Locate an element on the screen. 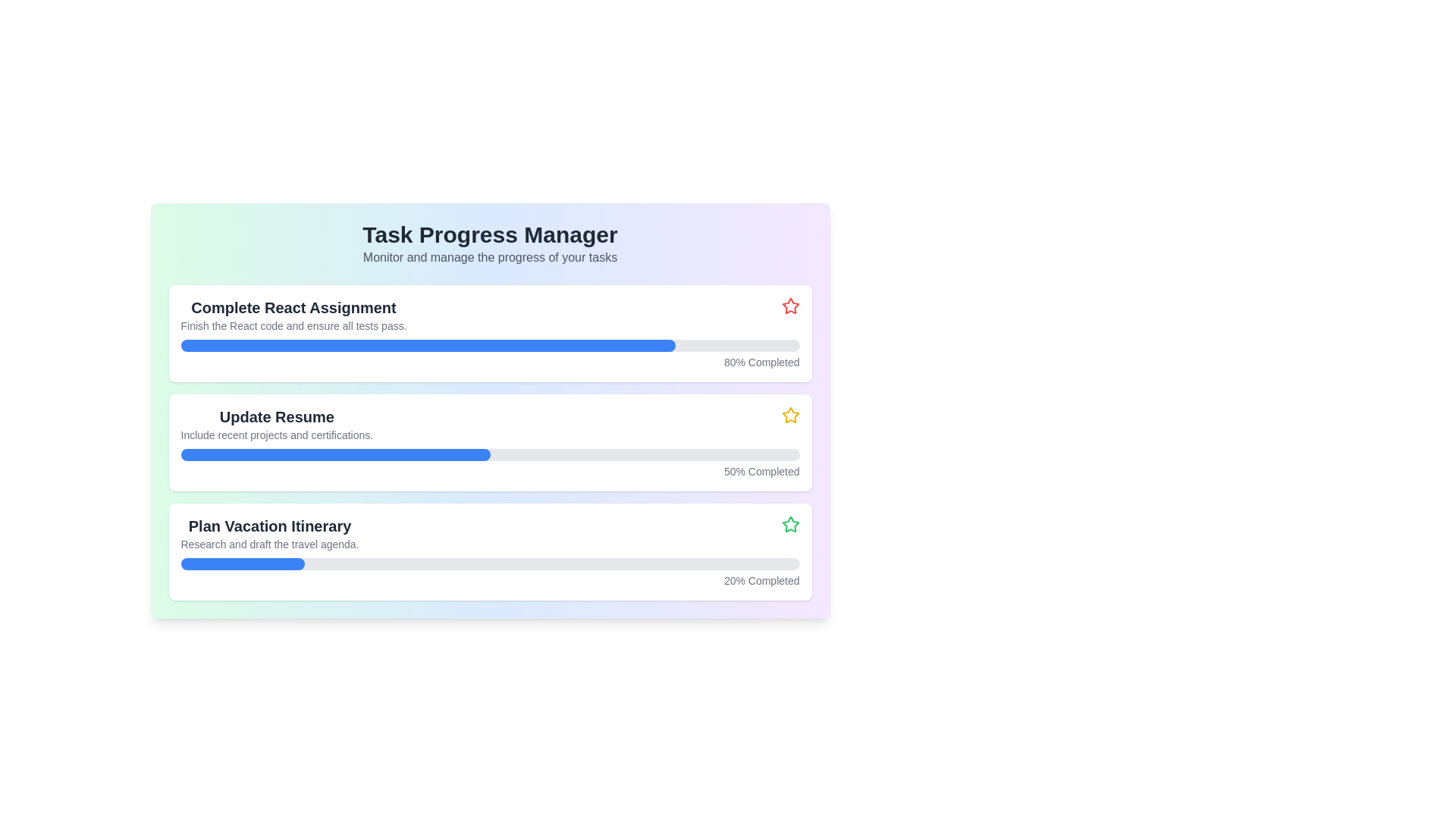 Image resolution: width=1456 pixels, height=819 pixels. task progress is located at coordinates (515, 564).